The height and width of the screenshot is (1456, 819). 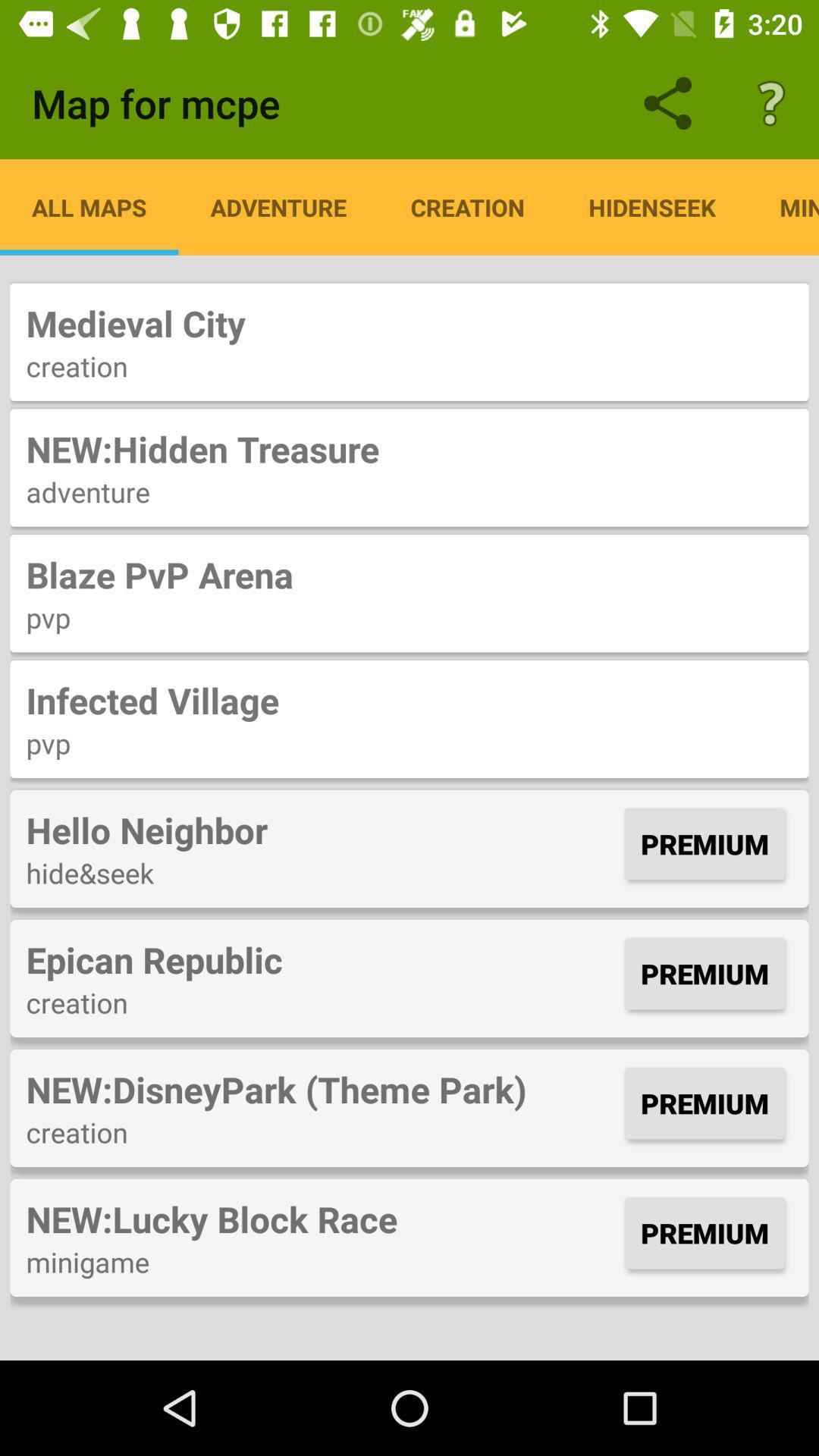 What do you see at coordinates (321, 829) in the screenshot?
I see `item to the left of premium` at bounding box center [321, 829].